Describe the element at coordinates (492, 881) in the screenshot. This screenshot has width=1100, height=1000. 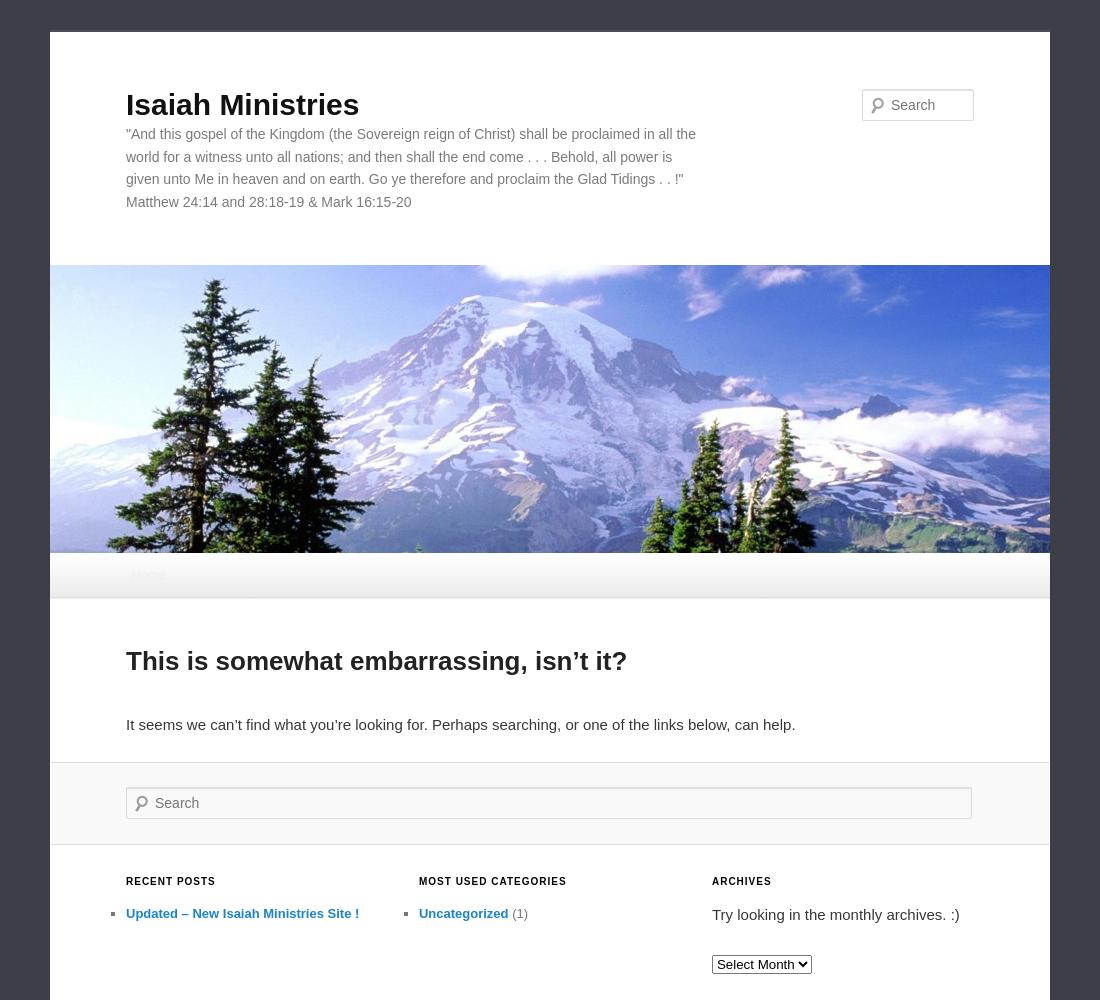
I see `'Most Used Categories'` at that location.